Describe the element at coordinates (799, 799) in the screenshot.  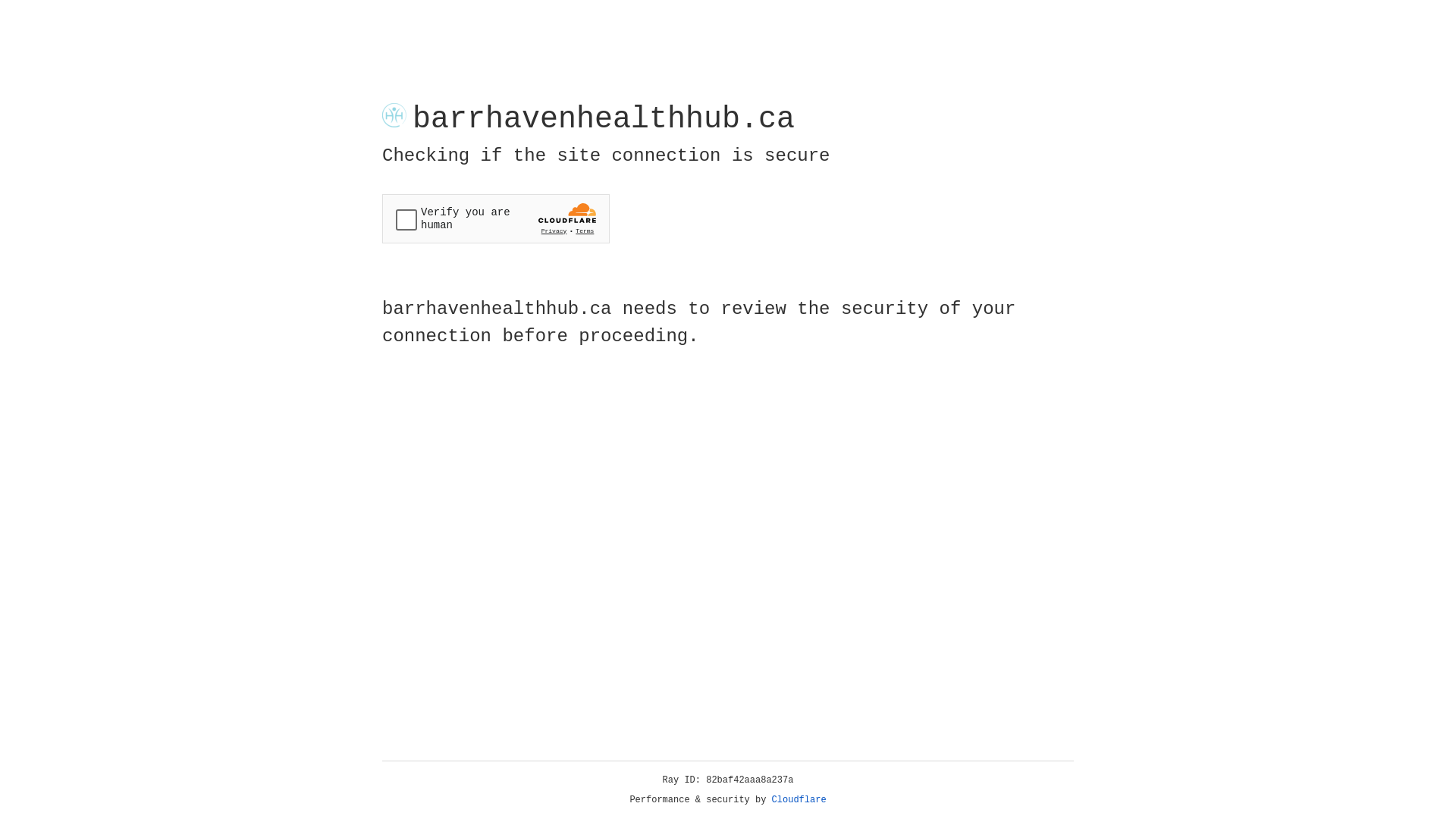
I see `'Cloudflare'` at that location.